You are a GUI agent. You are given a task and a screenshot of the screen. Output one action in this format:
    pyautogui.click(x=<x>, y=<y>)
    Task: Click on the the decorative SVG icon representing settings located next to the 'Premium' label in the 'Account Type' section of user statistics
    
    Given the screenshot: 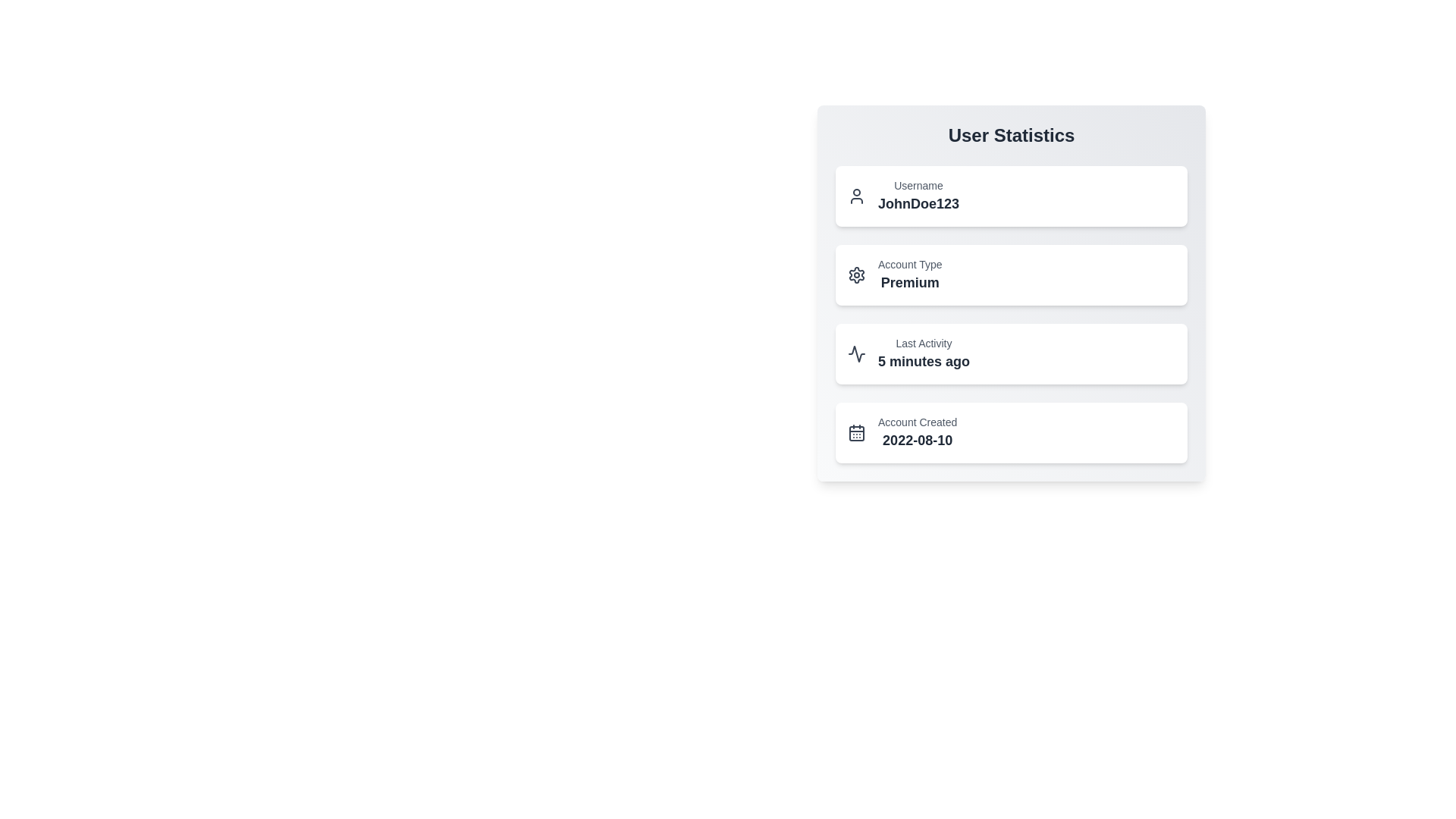 What is the action you would take?
    pyautogui.click(x=856, y=275)
    